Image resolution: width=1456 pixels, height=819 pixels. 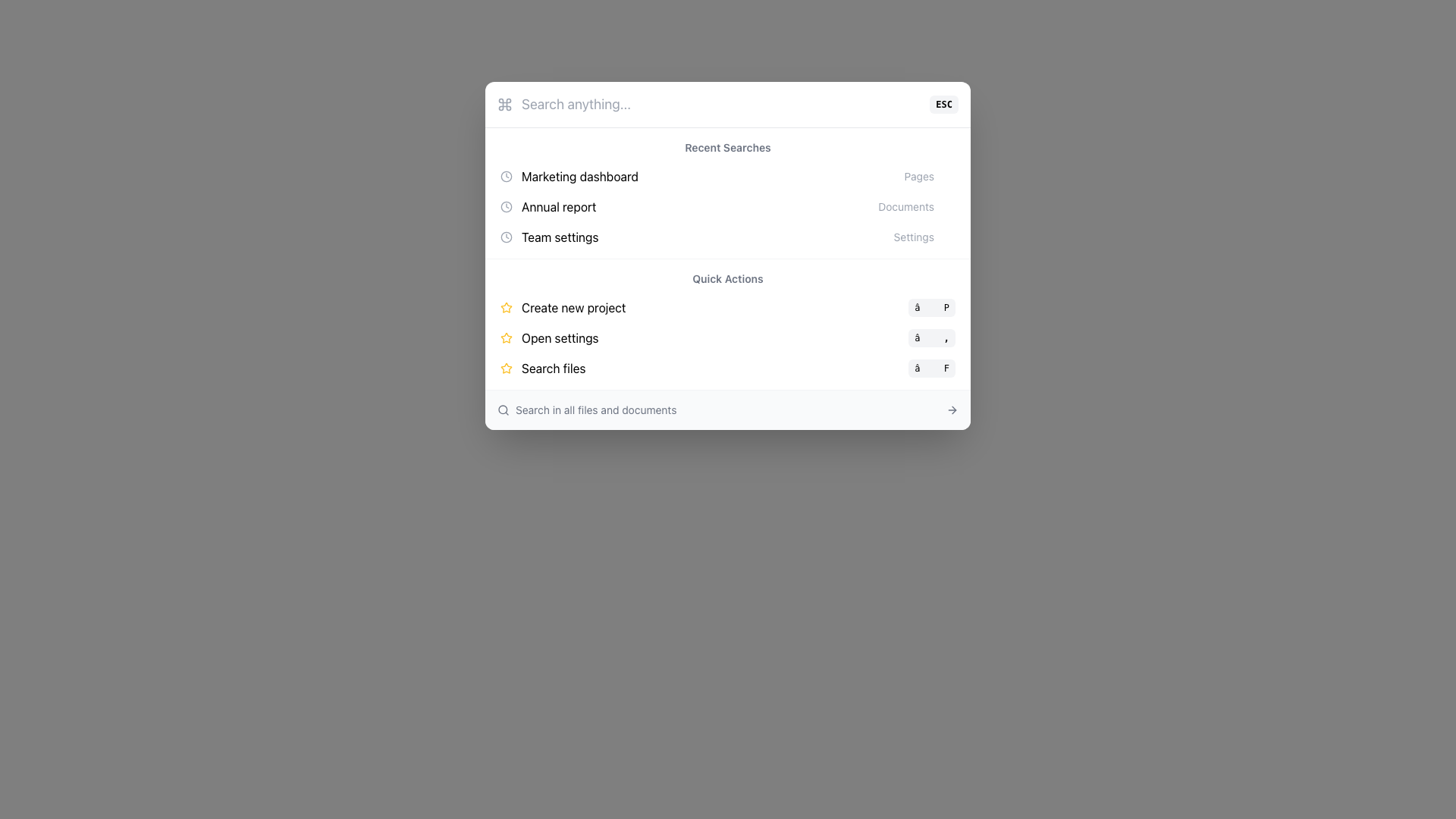 What do you see at coordinates (505, 104) in the screenshot?
I see `the decorative icon located at the top-left corner of the search bar in the modal, which represents an action associated with the search function` at bounding box center [505, 104].